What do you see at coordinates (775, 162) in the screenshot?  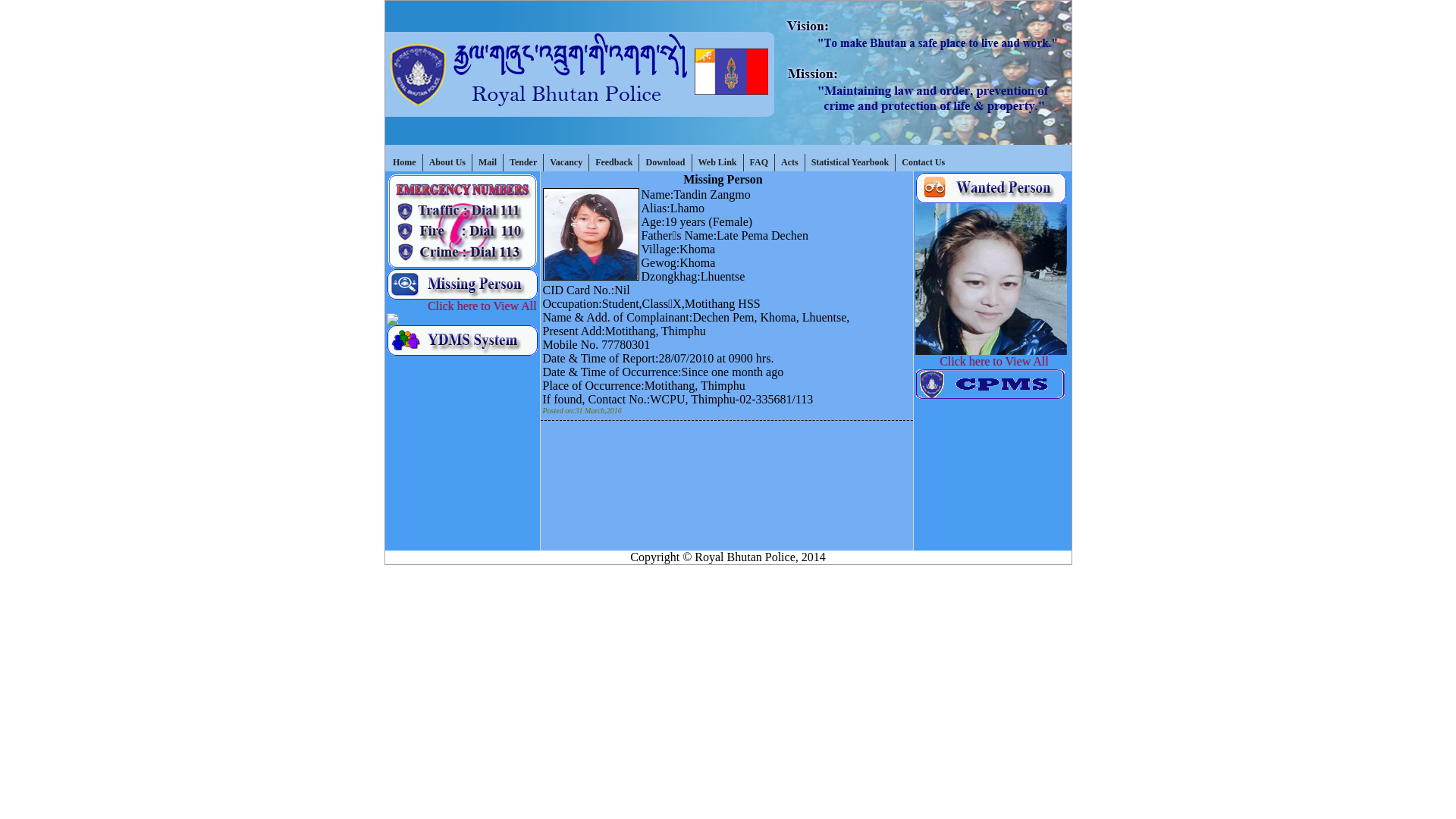 I see `'Acts'` at bounding box center [775, 162].